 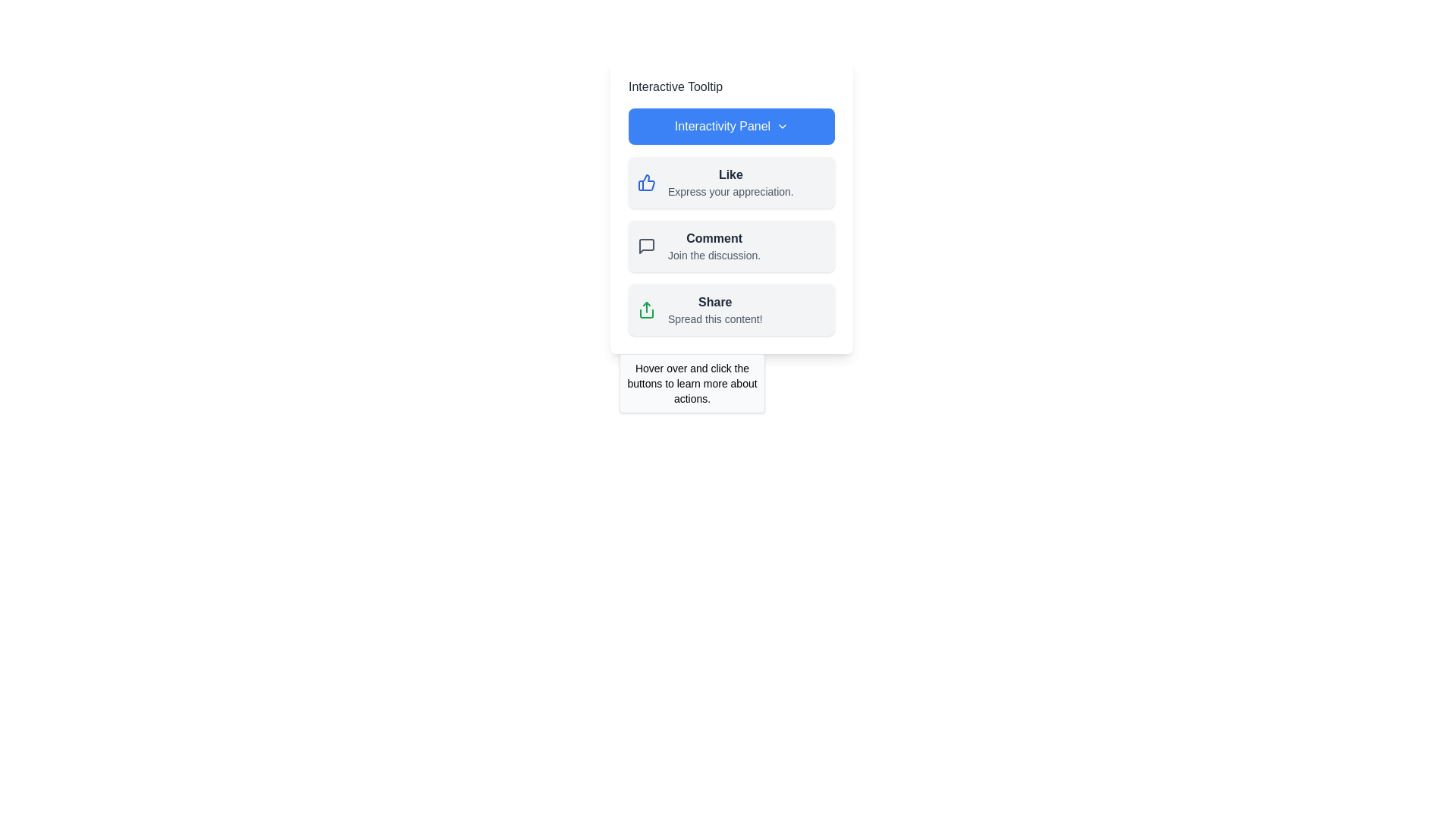 What do you see at coordinates (731, 245) in the screenshot?
I see `the 'Like' option in the Interactive Panel Option Group` at bounding box center [731, 245].